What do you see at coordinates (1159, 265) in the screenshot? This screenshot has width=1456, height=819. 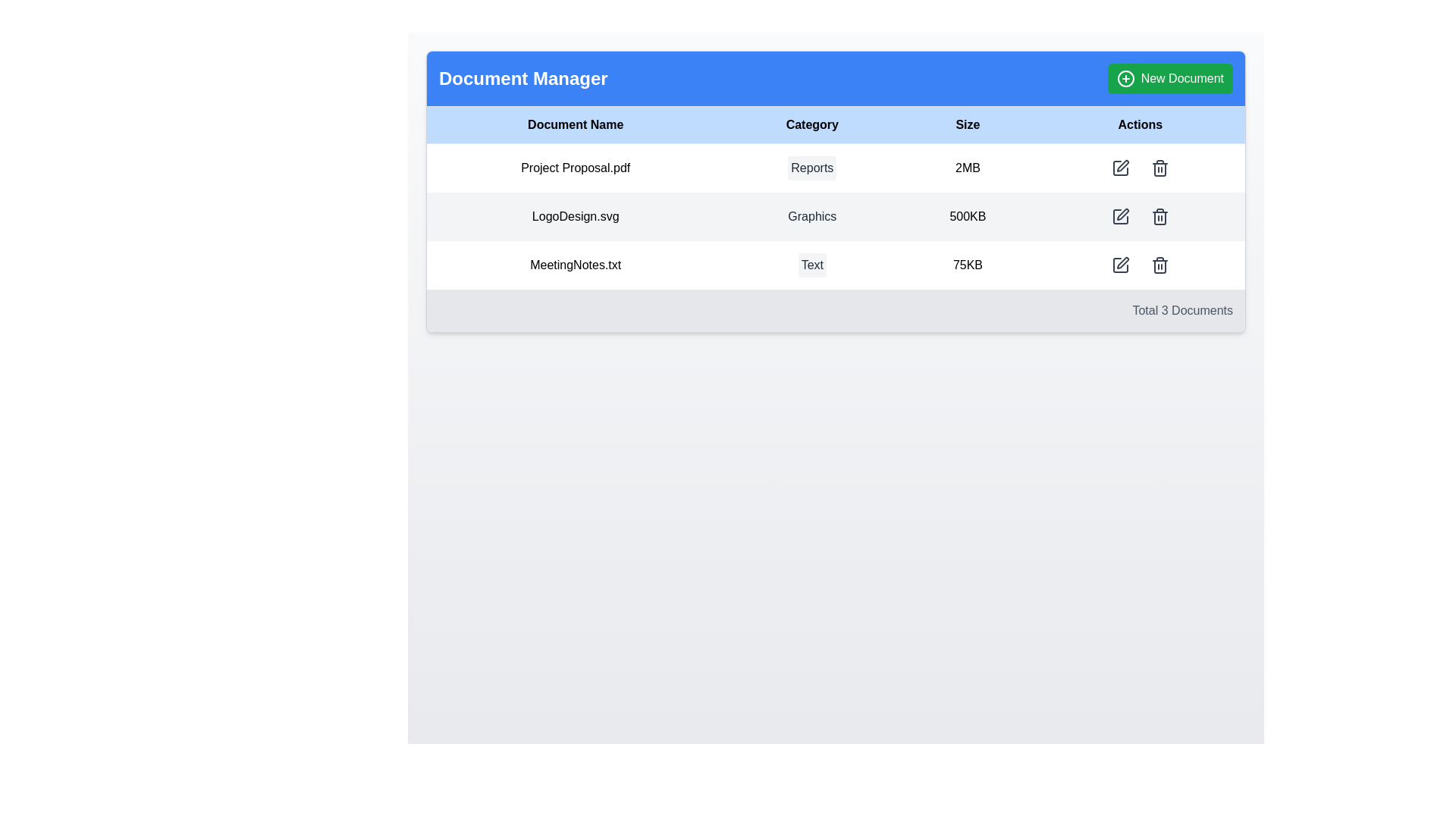 I see `the second button in the action buttons group located in the bottom row of the document table under the 'Actions' column` at bounding box center [1159, 265].